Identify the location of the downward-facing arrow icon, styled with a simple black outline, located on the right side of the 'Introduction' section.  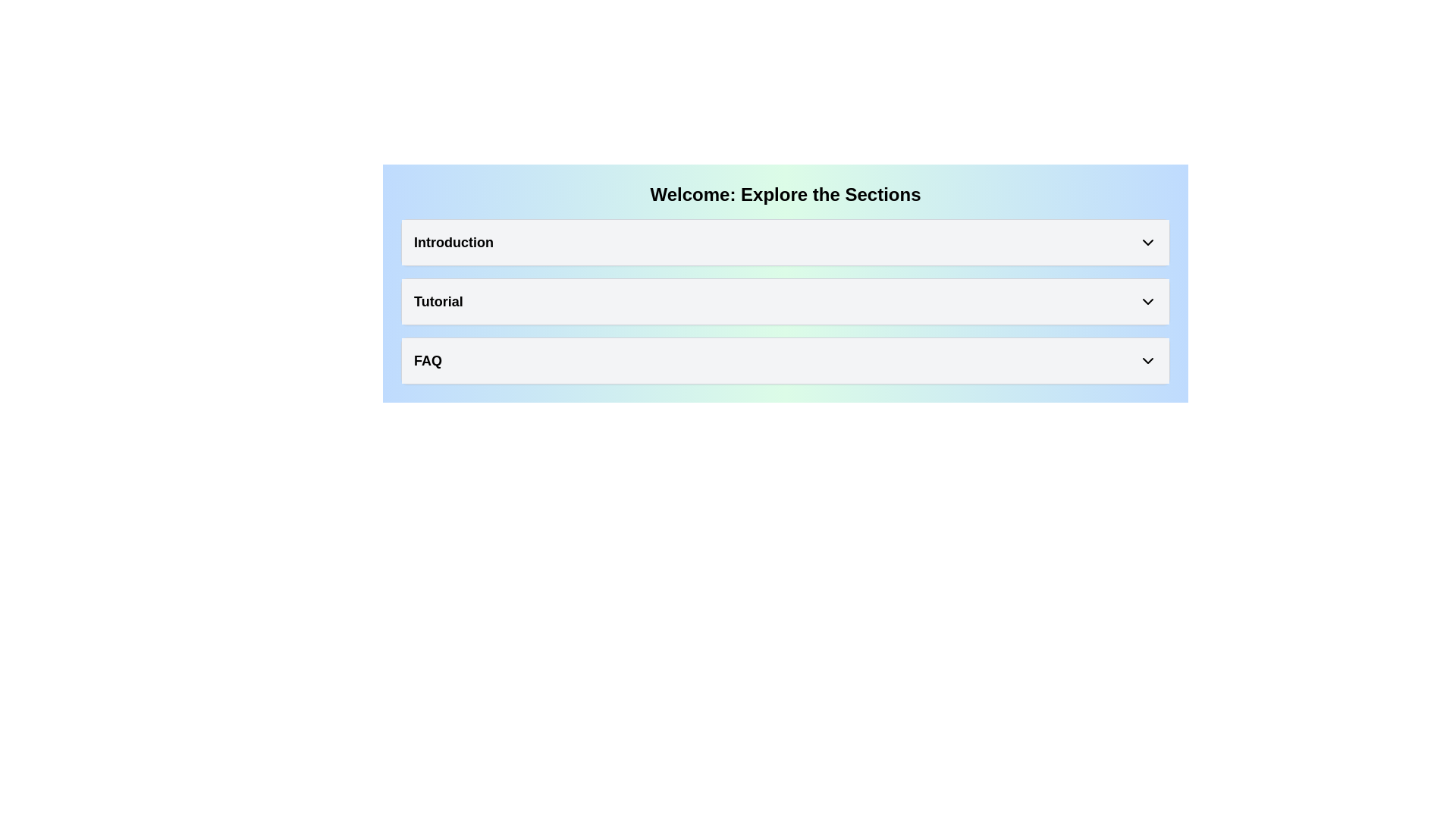
(1147, 242).